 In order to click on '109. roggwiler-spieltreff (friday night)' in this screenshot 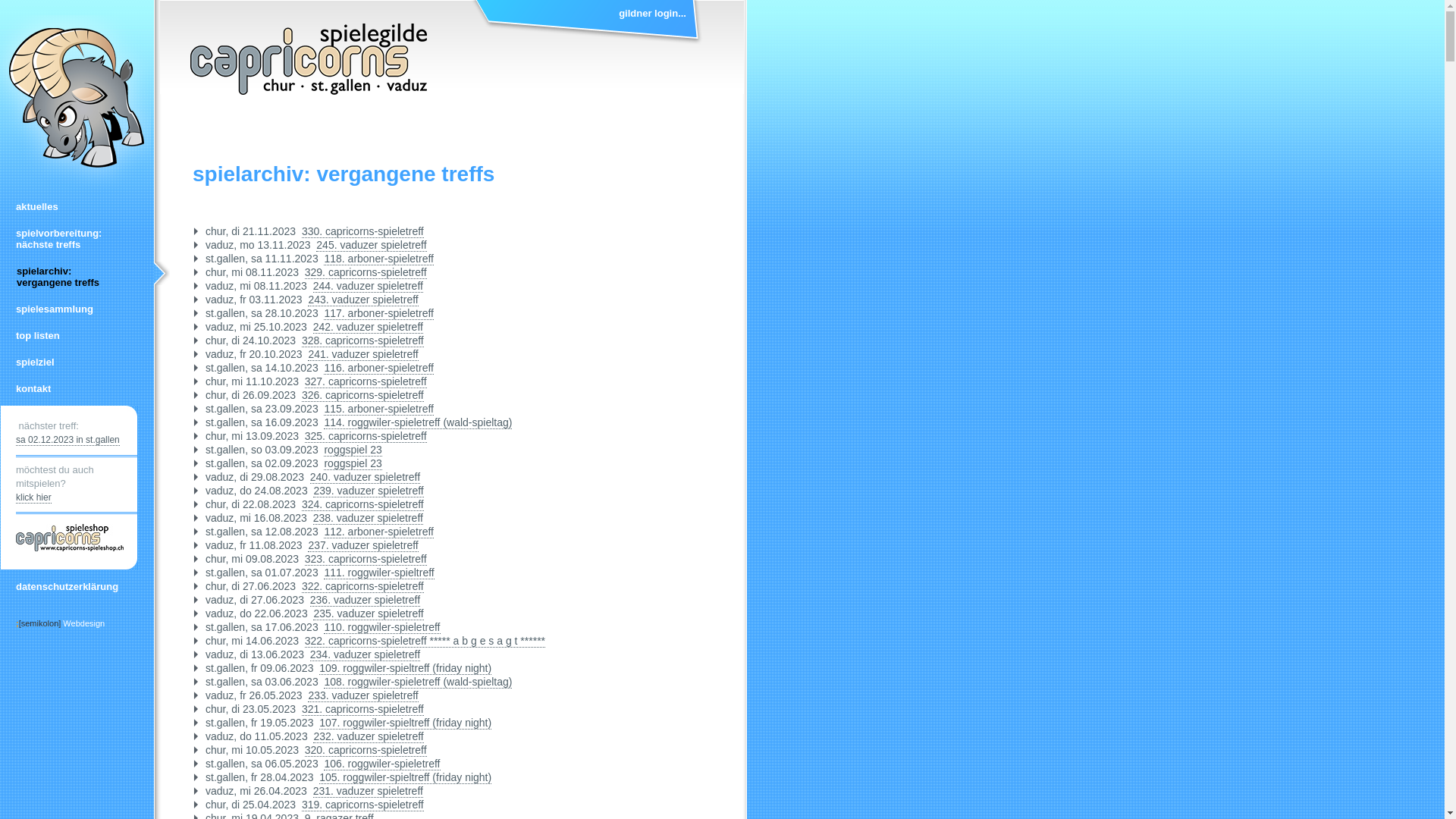, I will do `click(405, 667)`.